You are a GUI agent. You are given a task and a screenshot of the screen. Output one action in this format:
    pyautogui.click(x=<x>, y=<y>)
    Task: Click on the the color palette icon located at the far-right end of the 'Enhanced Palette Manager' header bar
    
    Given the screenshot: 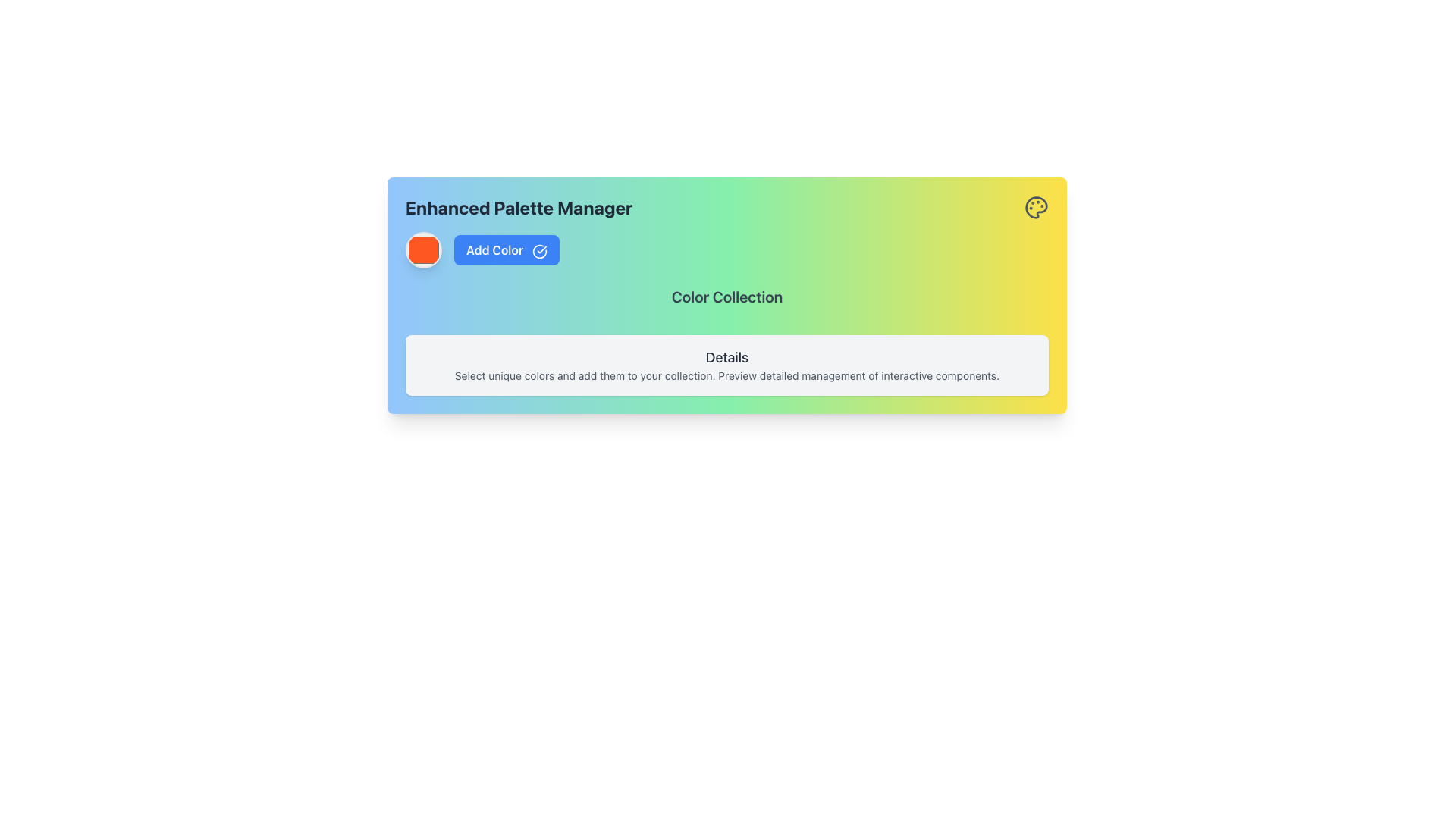 What is the action you would take?
    pyautogui.click(x=1036, y=207)
    